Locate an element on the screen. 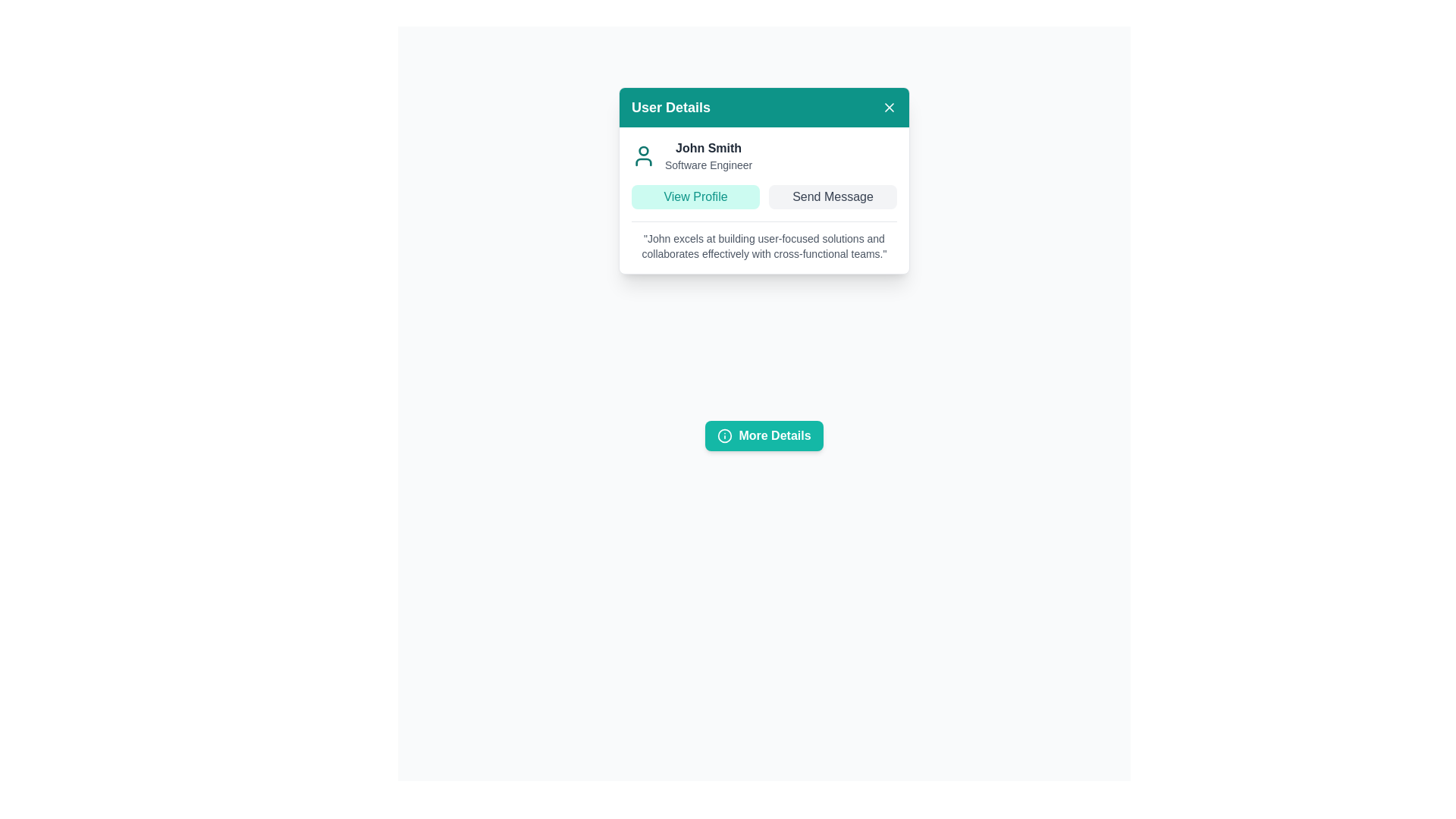 This screenshot has width=1456, height=819. the close button located in the top-right corner of the 'User Details' card is located at coordinates (889, 107).